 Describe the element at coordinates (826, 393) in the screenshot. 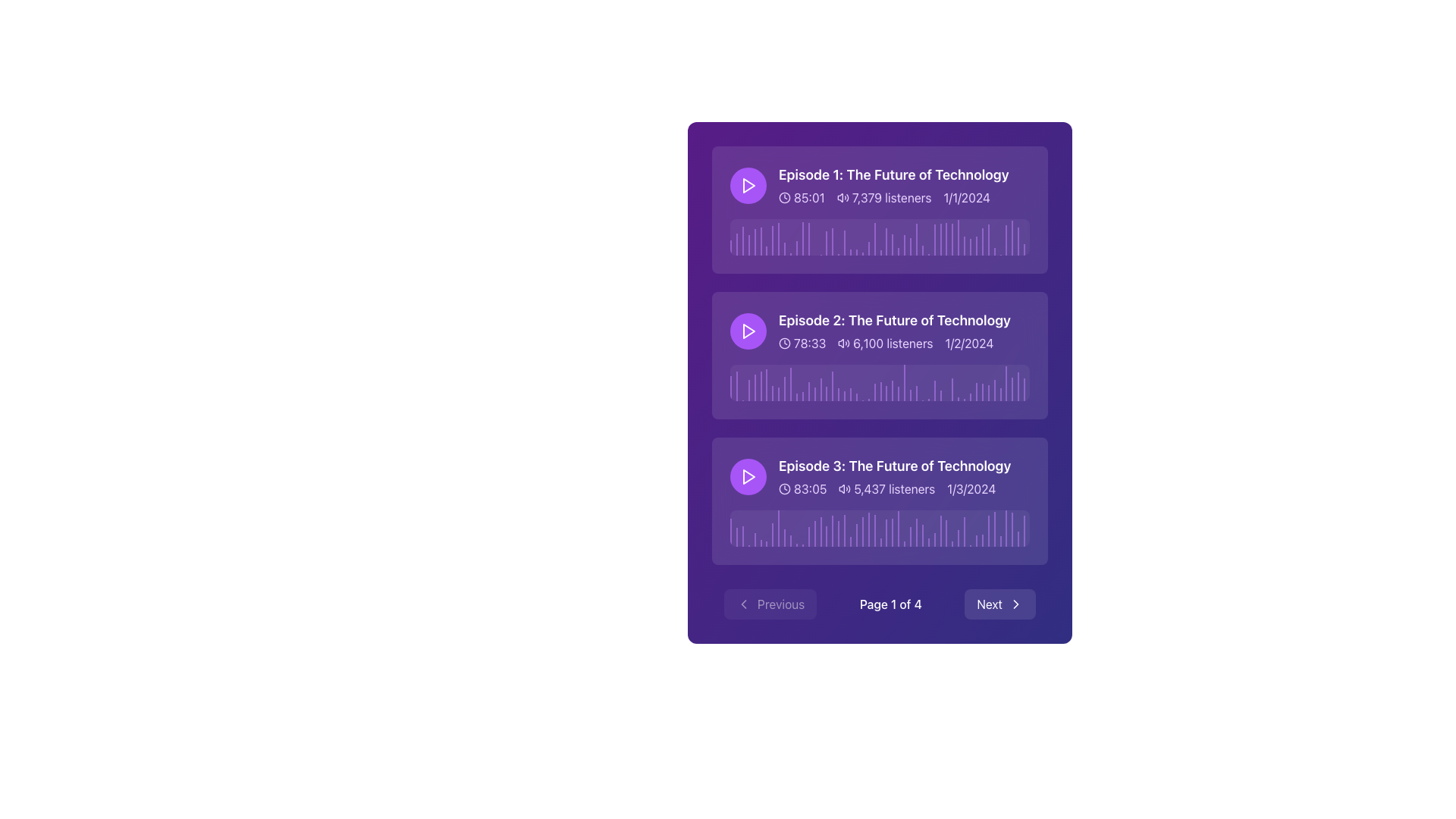

I see `the 17th slim vertical purple bar in the 'Episode 2' waveform visualization, which serves as a decorative indicator within the waveform component` at that location.